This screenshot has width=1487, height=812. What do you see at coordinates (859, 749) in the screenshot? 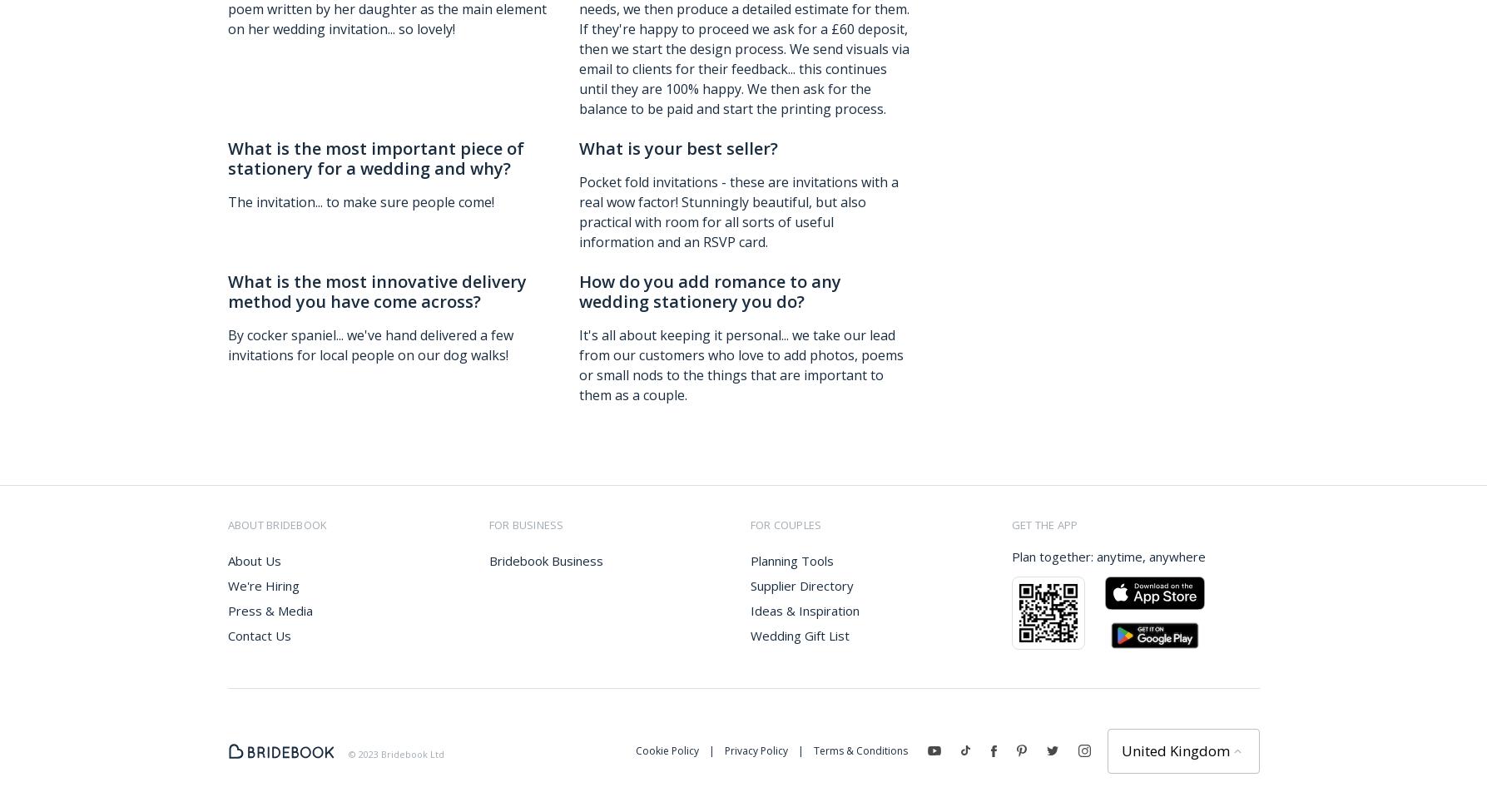
I see `'Terms & Conditions'` at bounding box center [859, 749].